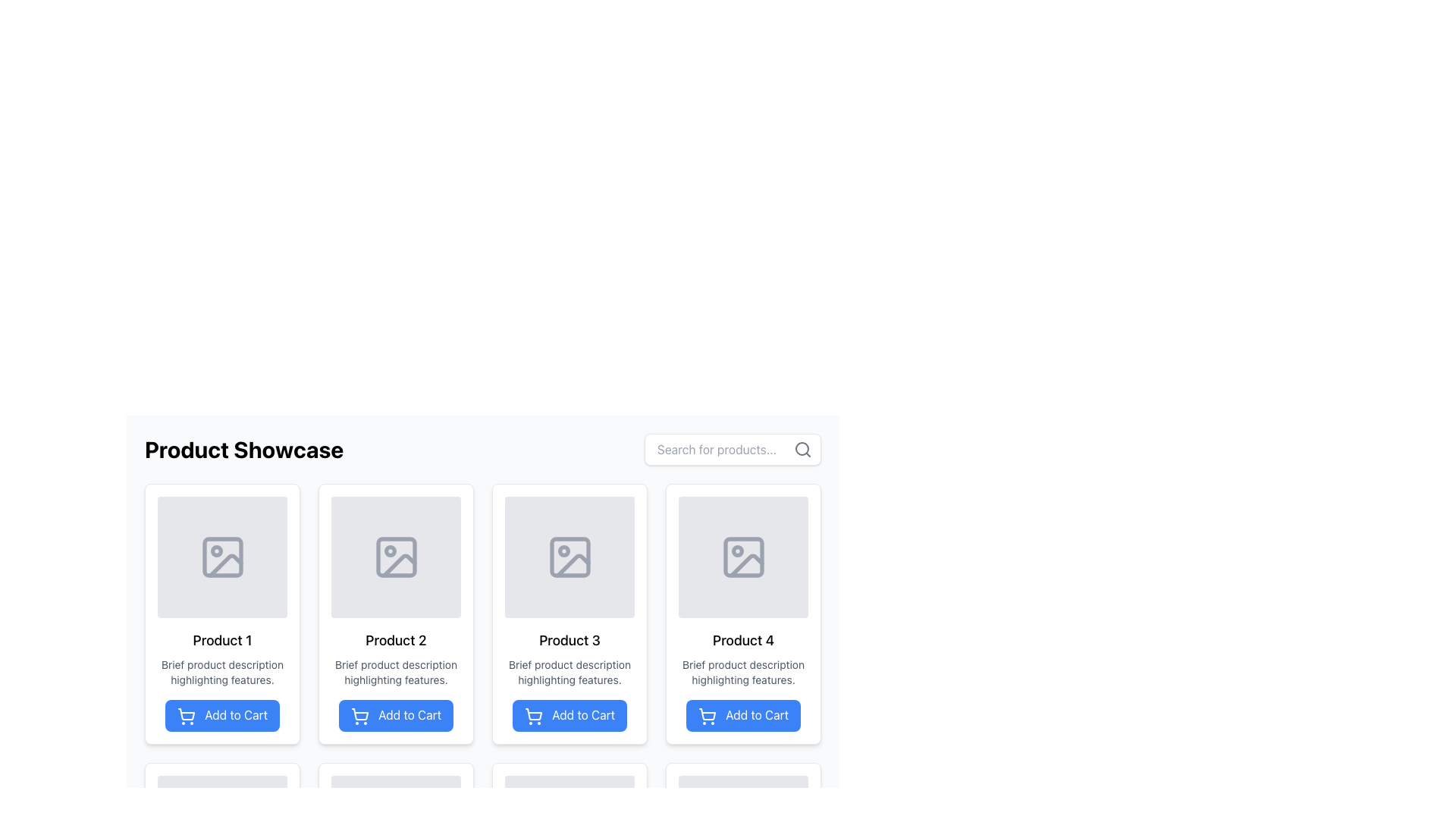  I want to click on the 'Add to Cart' icon located to the left of the text on the blue button associated with 'Product 4', so click(706, 716).